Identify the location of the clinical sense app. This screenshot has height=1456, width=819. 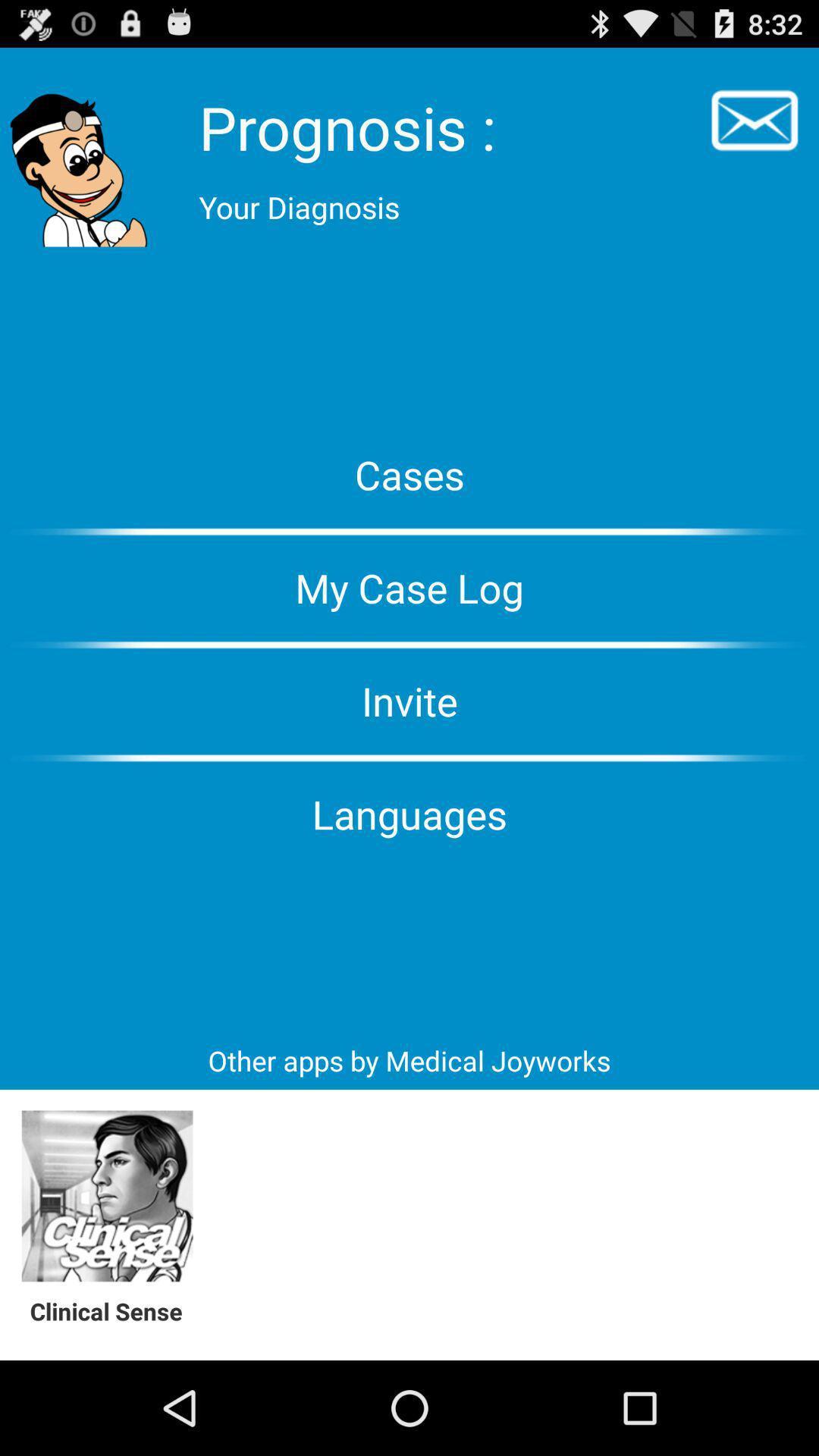
(114, 1310).